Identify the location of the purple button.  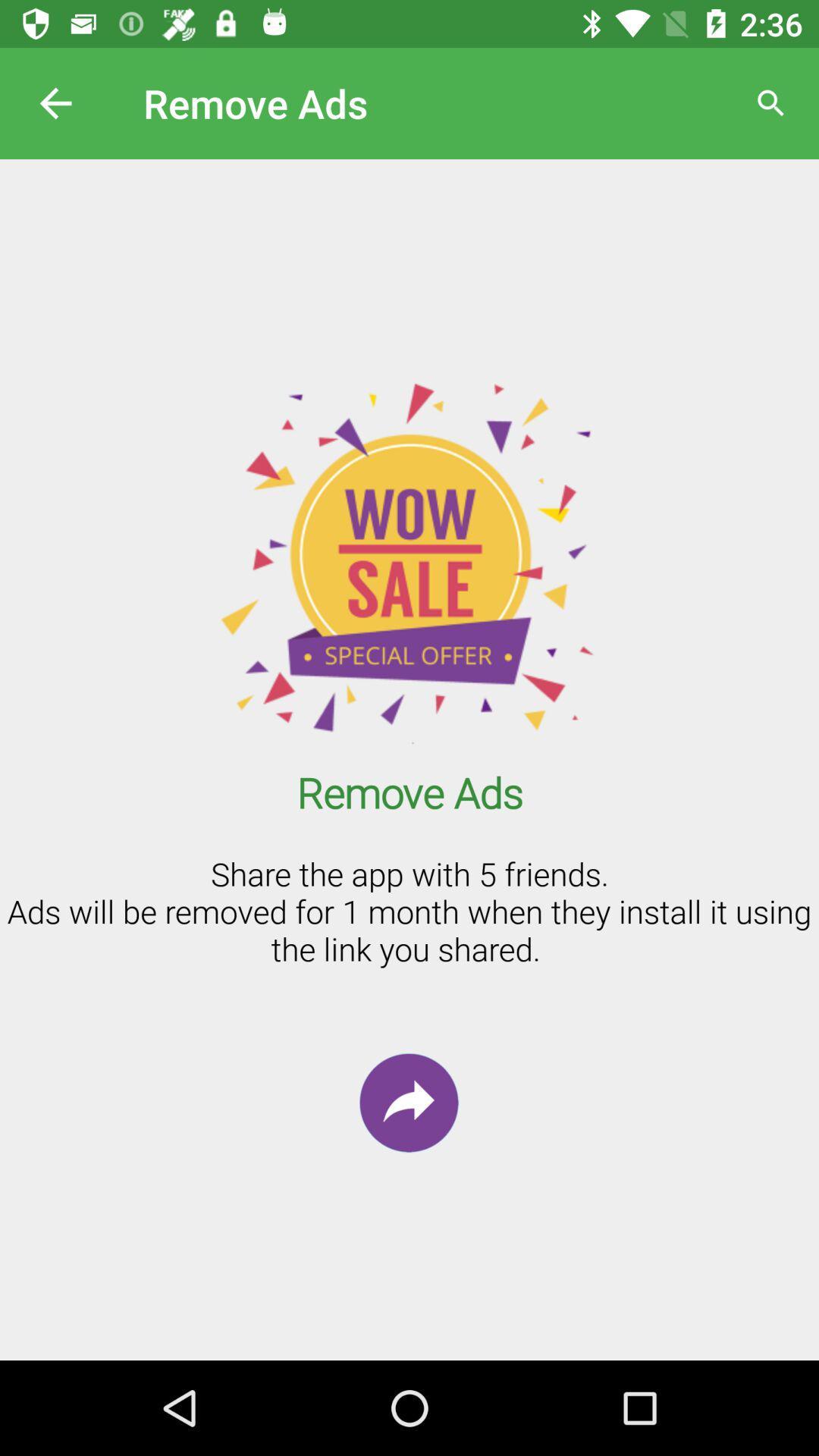
(408, 1103).